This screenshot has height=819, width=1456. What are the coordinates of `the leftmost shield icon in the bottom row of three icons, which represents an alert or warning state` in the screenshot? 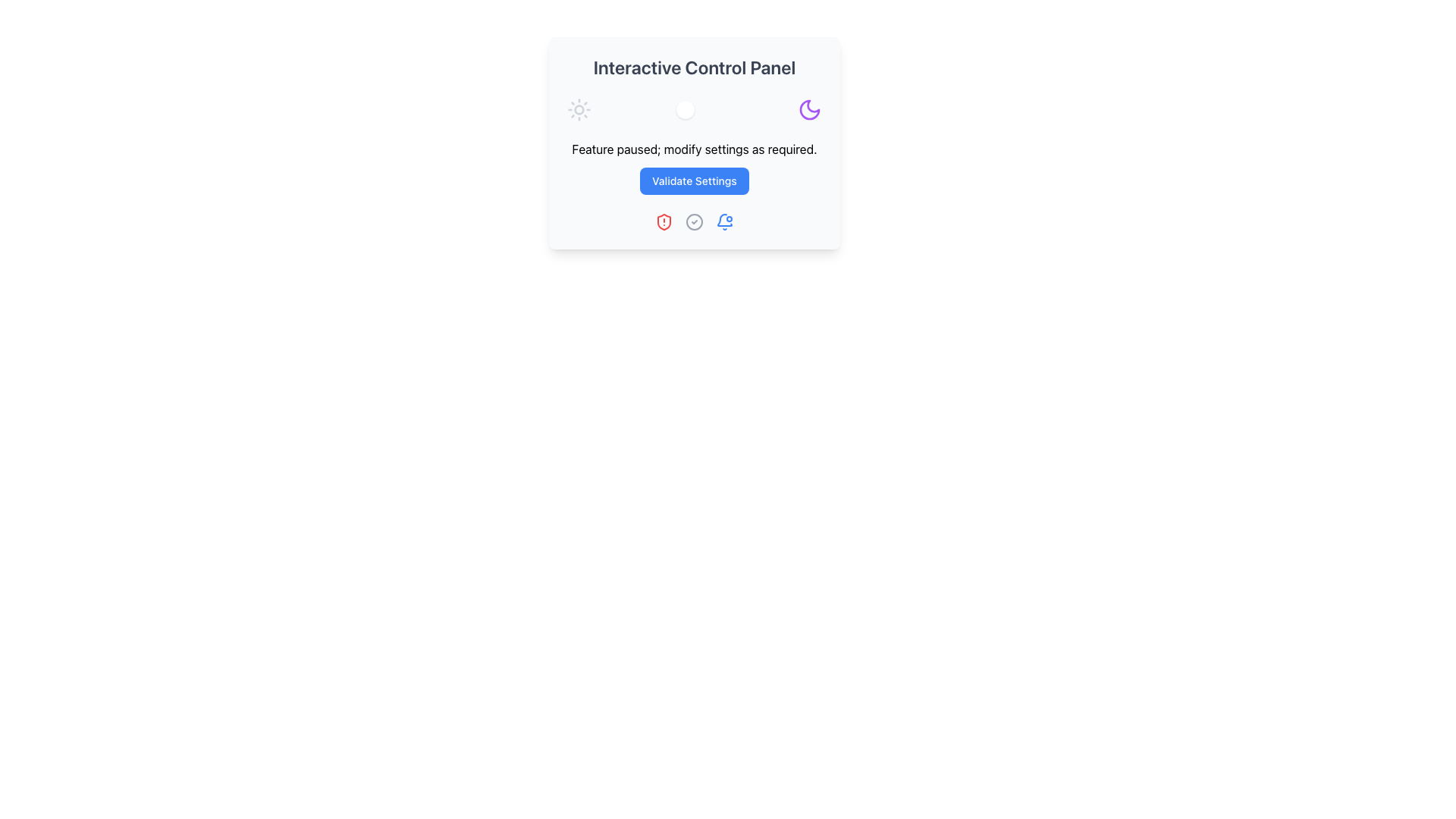 It's located at (664, 222).